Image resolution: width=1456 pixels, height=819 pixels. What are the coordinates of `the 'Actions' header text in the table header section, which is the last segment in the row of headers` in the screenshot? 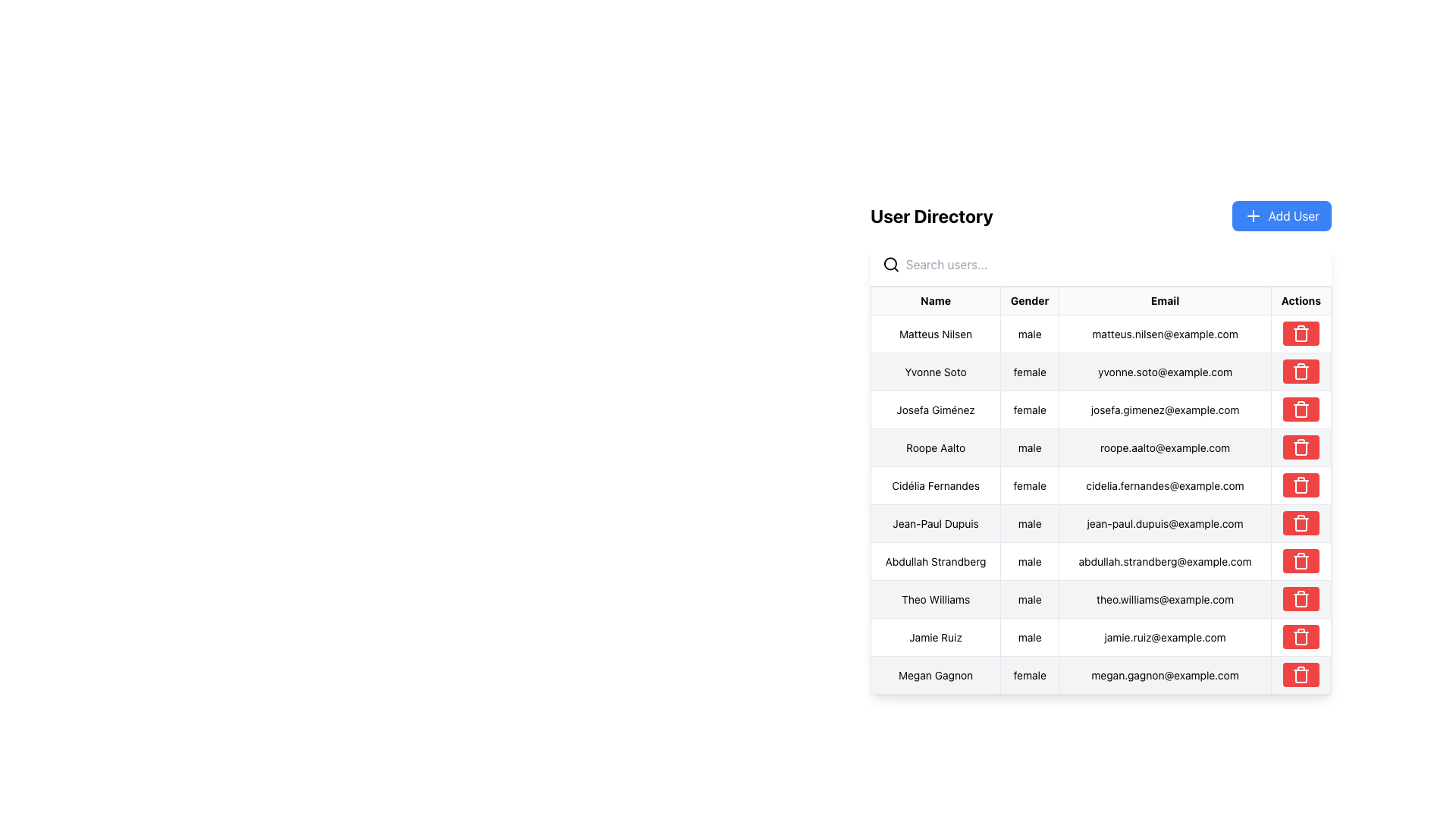 It's located at (1300, 301).